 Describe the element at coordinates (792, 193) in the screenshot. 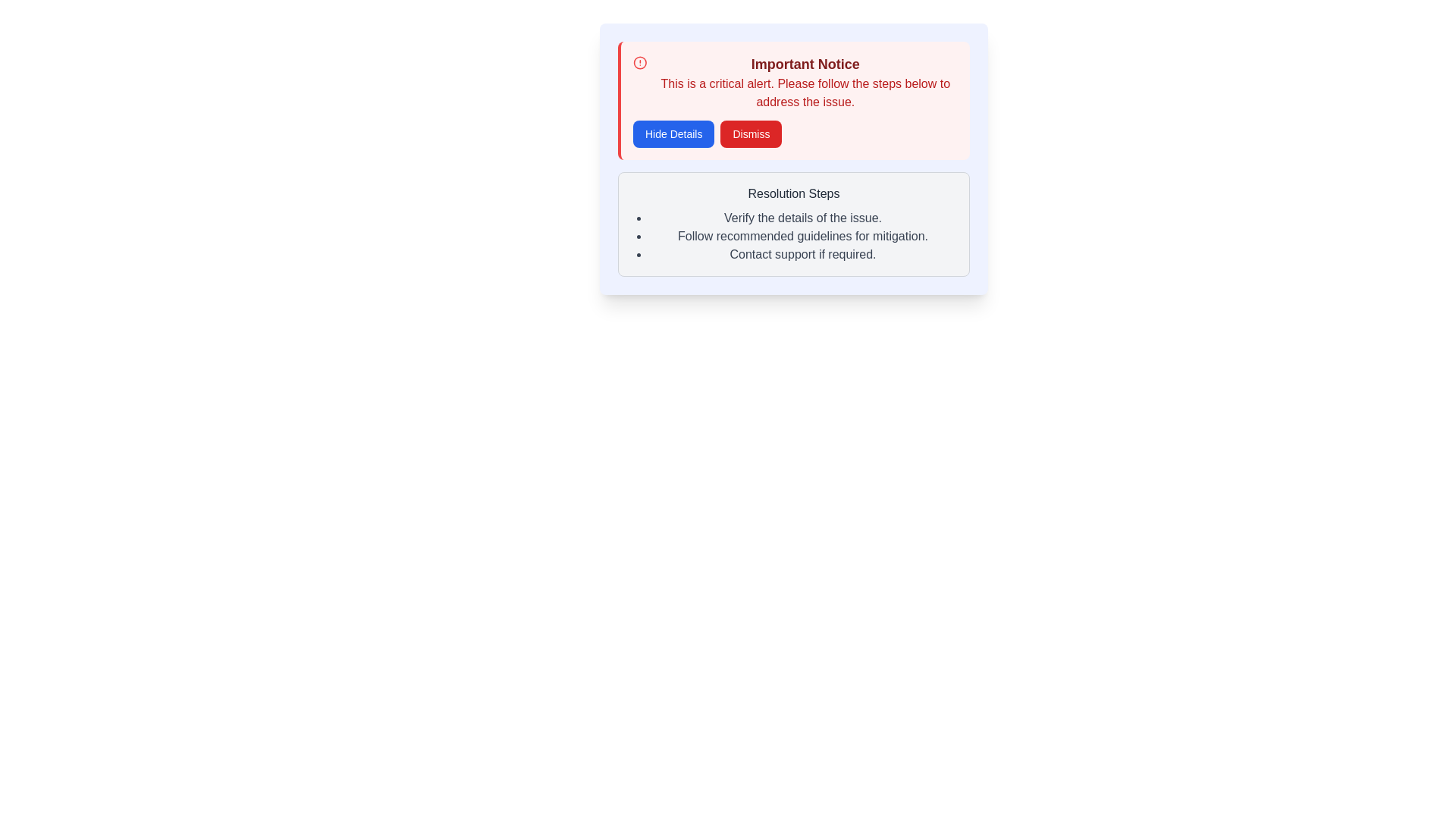

I see `the heading text label that introduces and describes the subsequent steps or instructions, located above the bulleted list within a light gray box with rounded edges` at that location.